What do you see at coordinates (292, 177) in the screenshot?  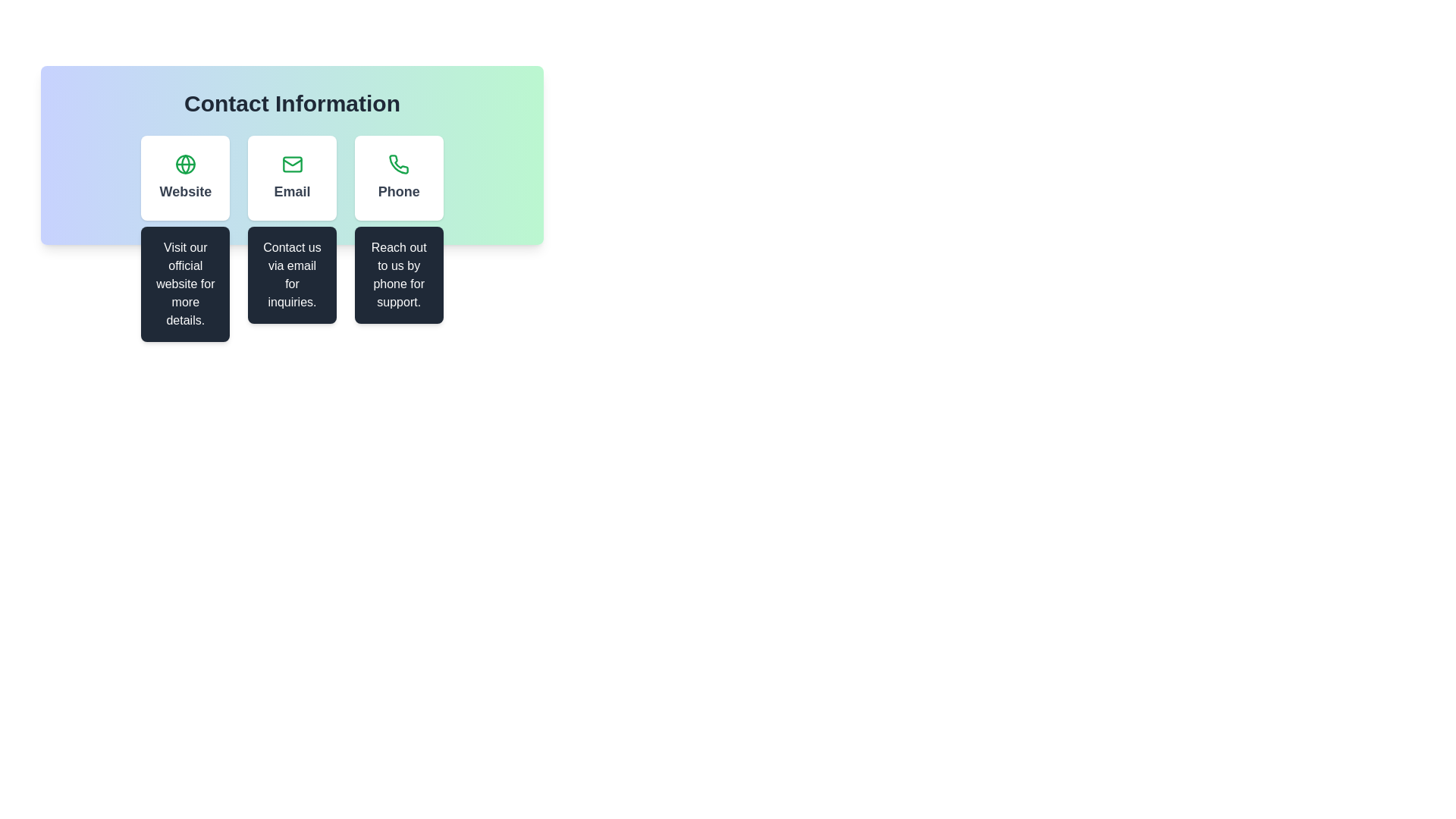 I see `displayed information on the middle card-style UI component for email contact located in the 'Contact Information' section` at bounding box center [292, 177].